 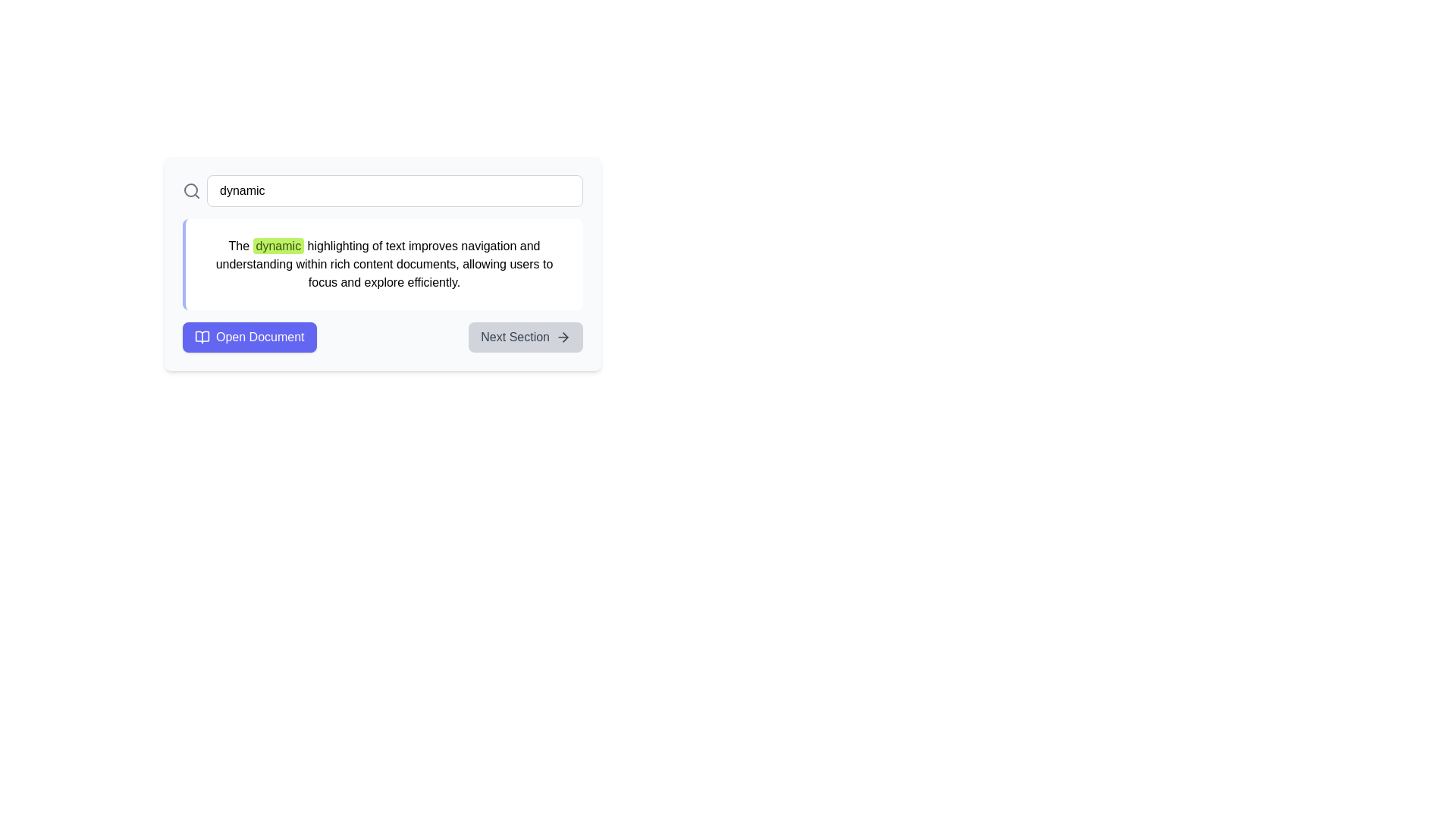 What do you see at coordinates (382, 263) in the screenshot?
I see `content from the Descriptive Text Box, which is a white rectangular box with a vertical indigo stripe, located beneath the search bar and above the 'Open Document' and 'Next Section' buttons` at bounding box center [382, 263].